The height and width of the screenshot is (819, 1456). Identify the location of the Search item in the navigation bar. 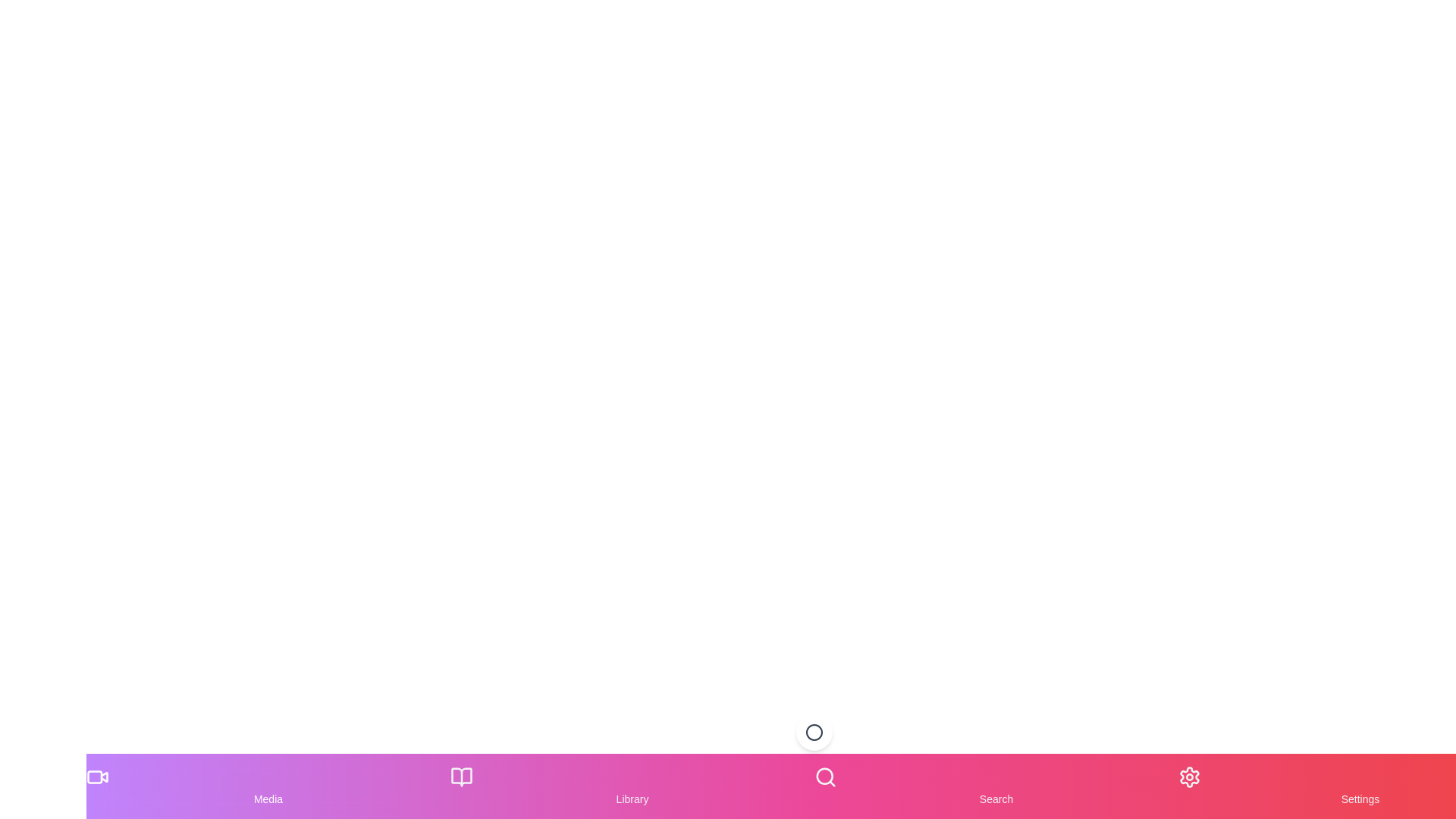
(996, 786).